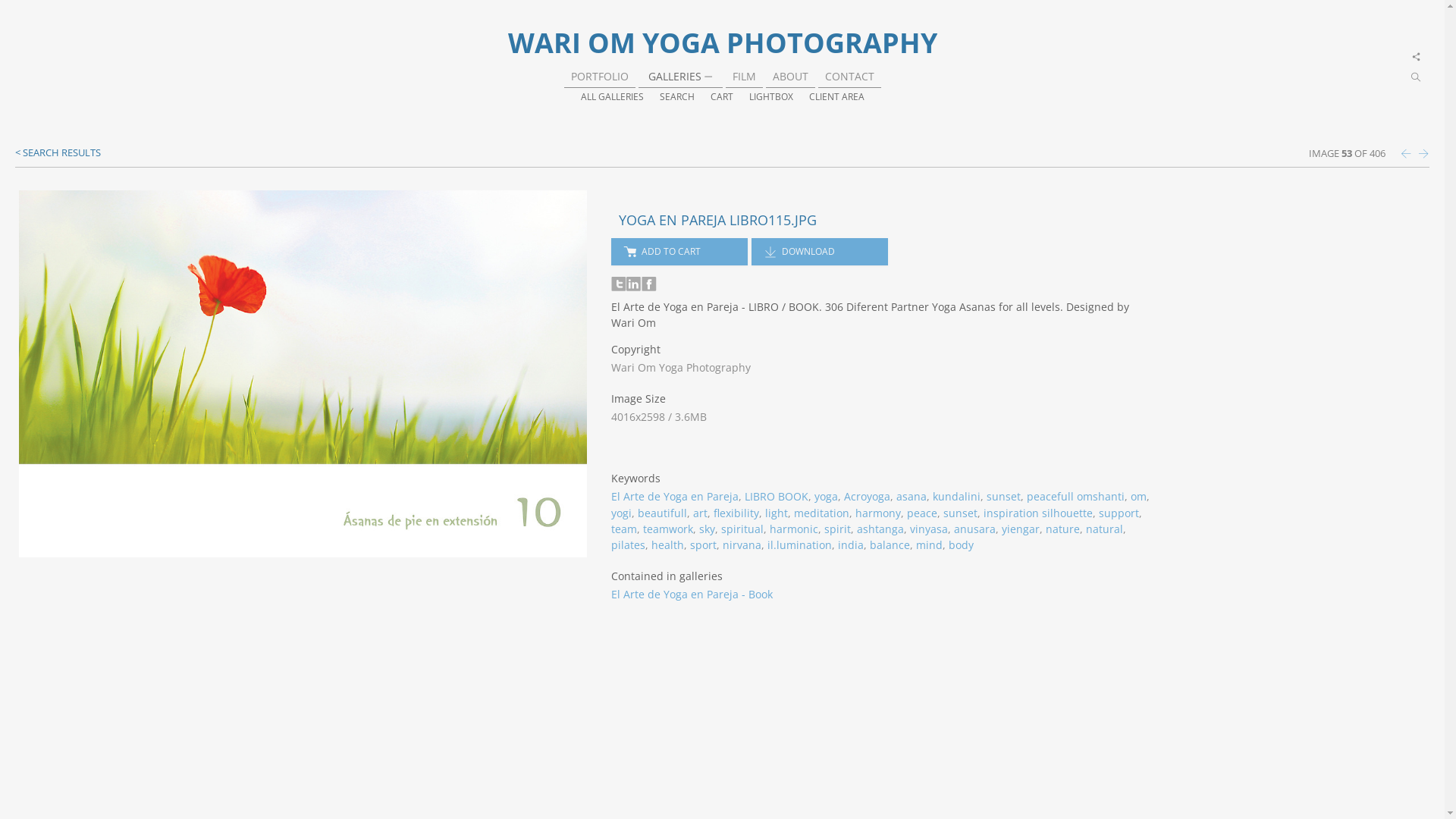 The height and width of the screenshot is (819, 1456). What do you see at coordinates (1416, 56) in the screenshot?
I see `'x'` at bounding box center [1416, 56].